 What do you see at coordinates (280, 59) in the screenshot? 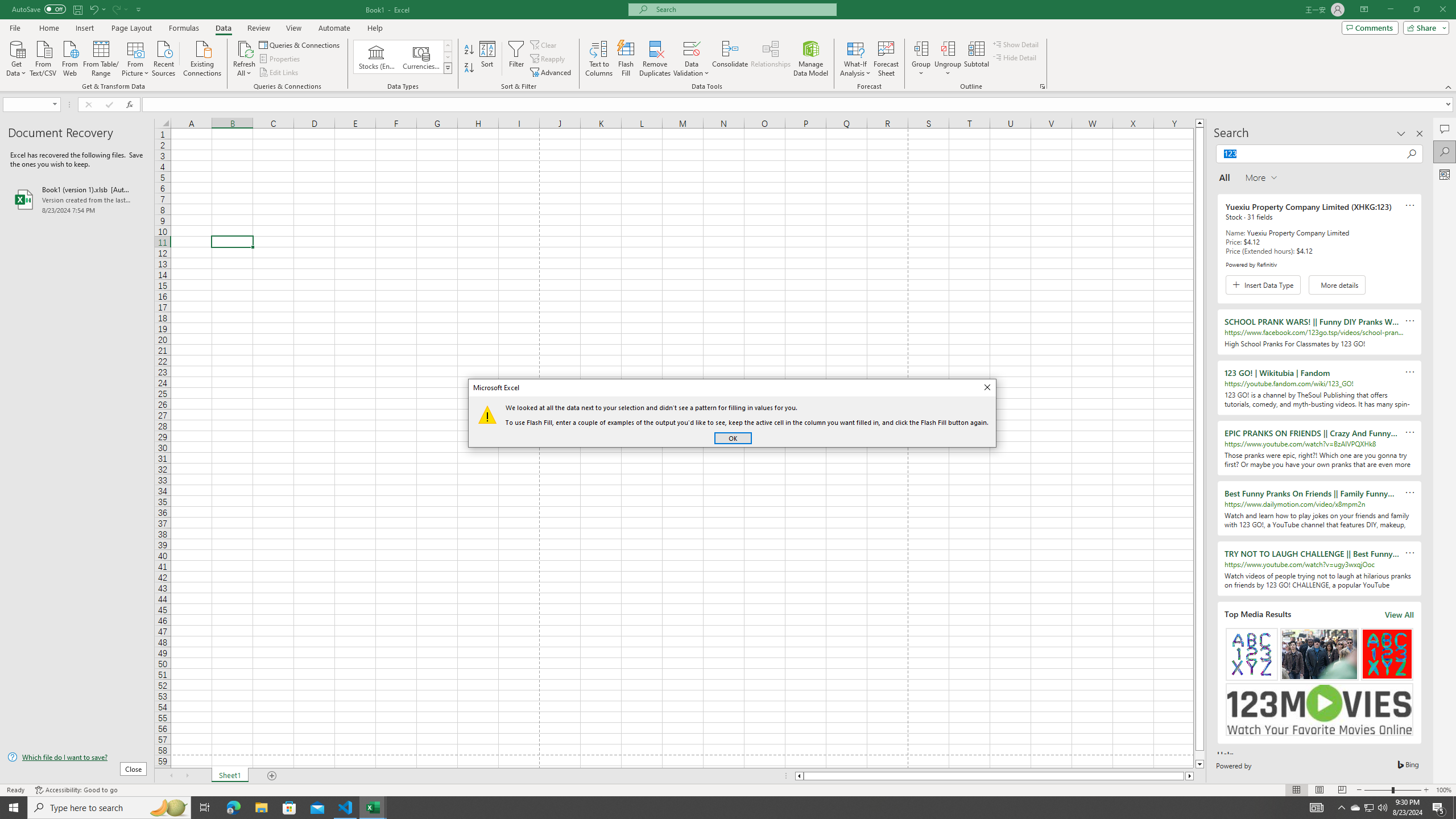
I see `'Properties'` at bounding box center [280, 59].